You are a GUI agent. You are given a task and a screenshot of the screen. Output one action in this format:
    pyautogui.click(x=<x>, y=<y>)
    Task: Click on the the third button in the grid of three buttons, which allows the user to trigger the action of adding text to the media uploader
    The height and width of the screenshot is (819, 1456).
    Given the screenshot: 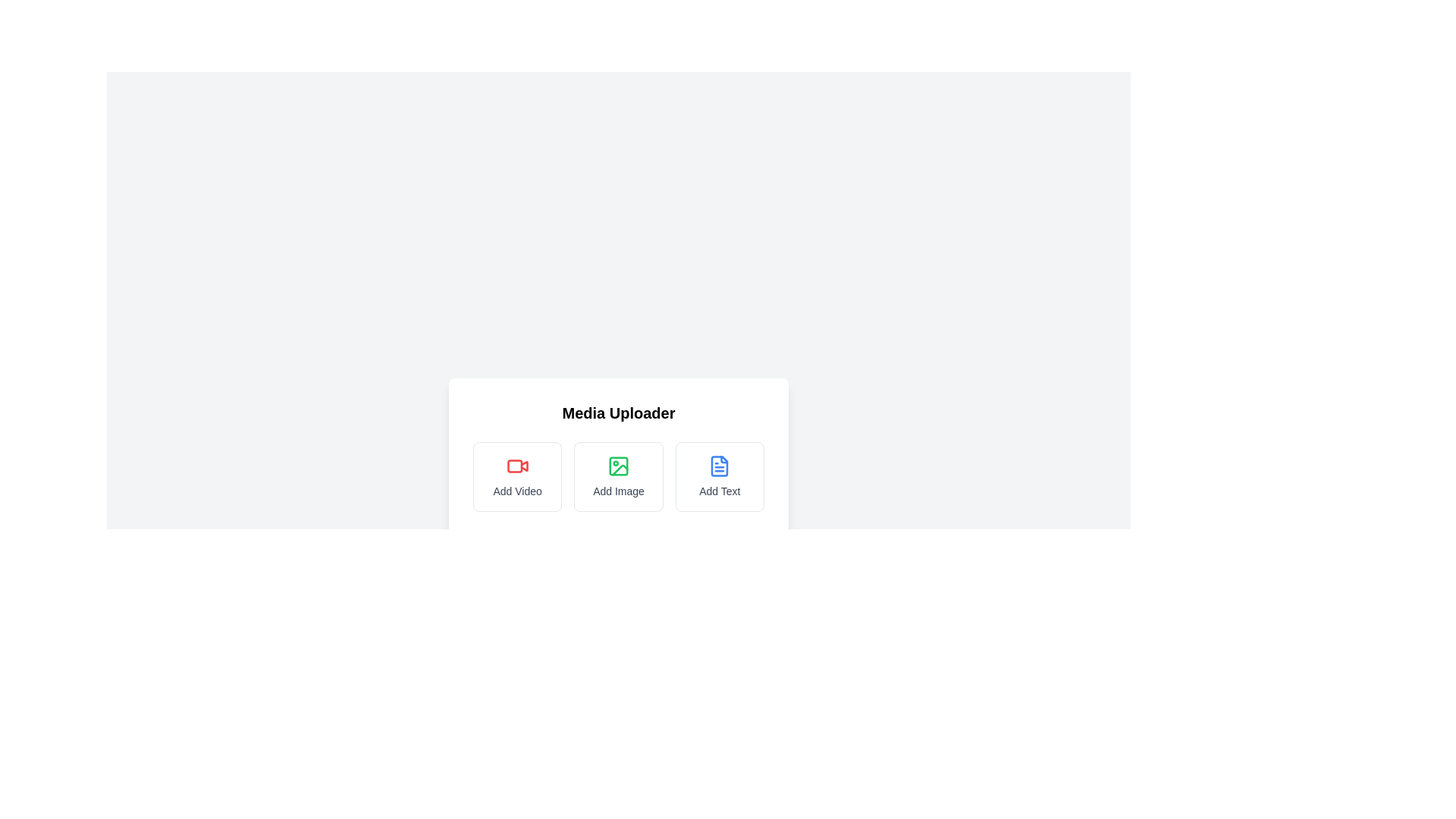 What is the action you would take?
    pyautogui.click(x=719, y=475)
    